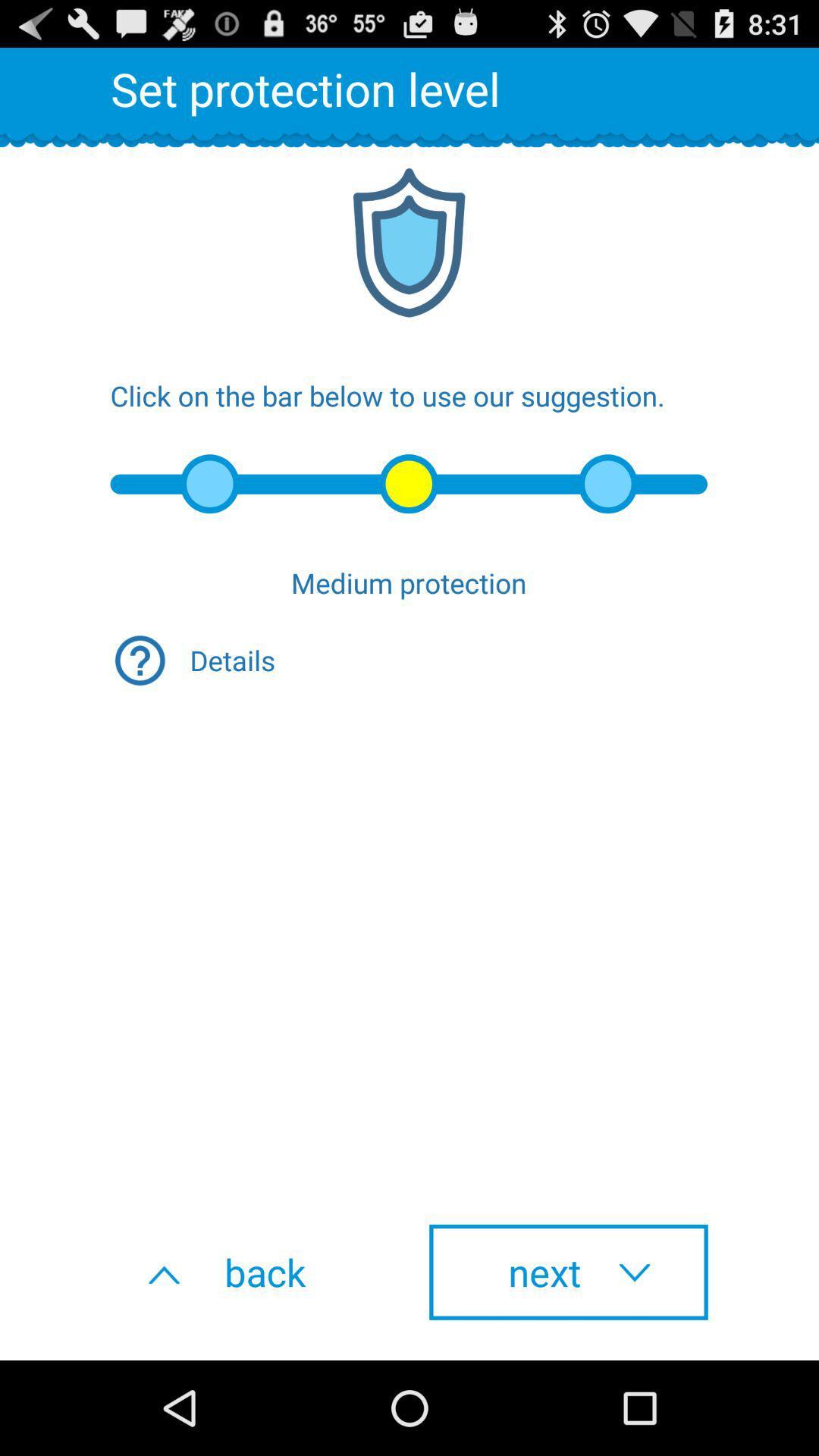 The height and width of the screenshot is (1456, 819). I want to click on icon to the left of next icon, so click(249, 1272).